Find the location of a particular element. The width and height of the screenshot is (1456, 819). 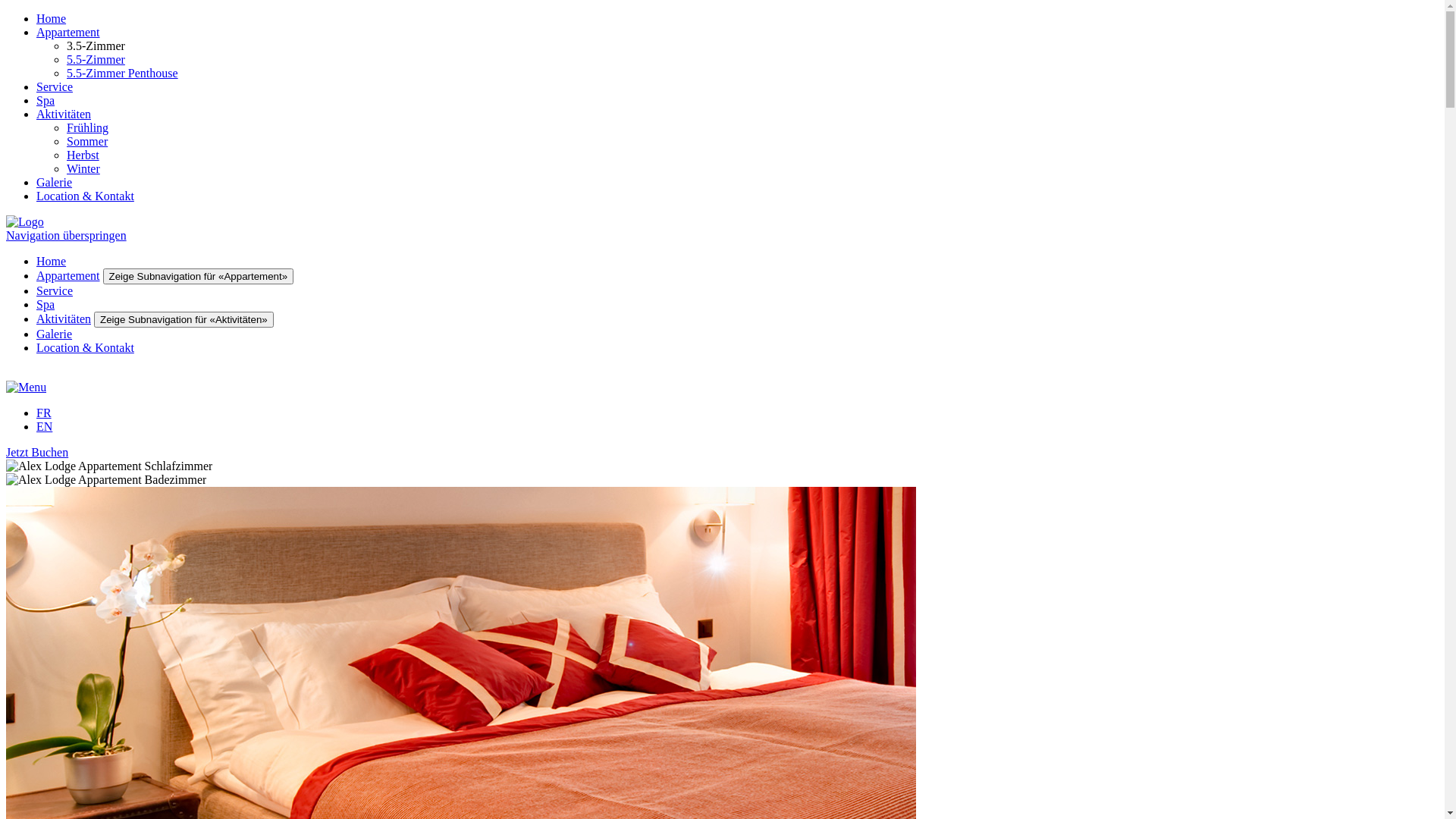

'Alex Lodge Appartement Schlafzimmer' is located at coordinates (6, 465).